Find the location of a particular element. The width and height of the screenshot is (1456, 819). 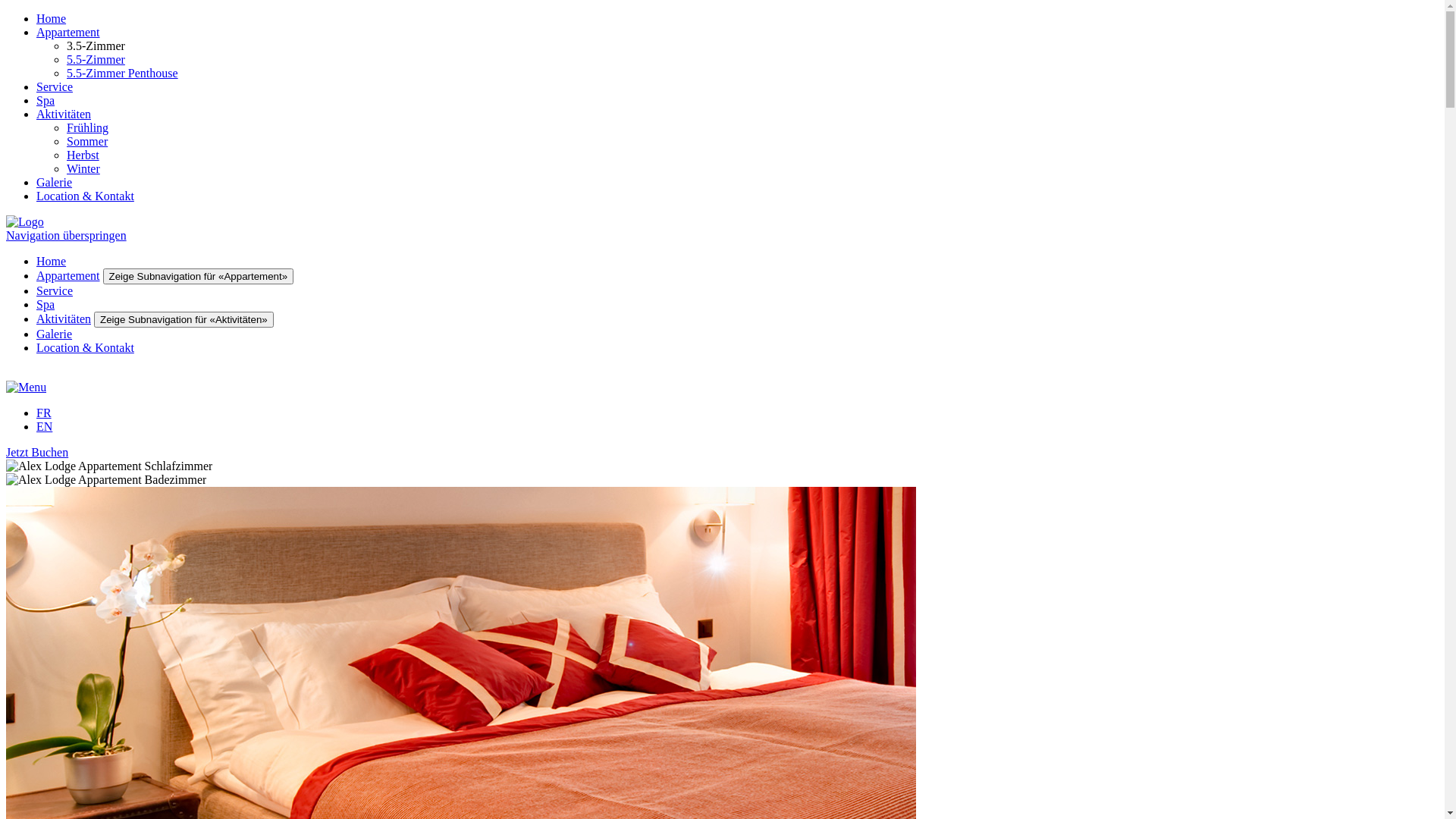

'Alex Lodge Appartement Schlafzimmer' is located at coordinates (6, 465).